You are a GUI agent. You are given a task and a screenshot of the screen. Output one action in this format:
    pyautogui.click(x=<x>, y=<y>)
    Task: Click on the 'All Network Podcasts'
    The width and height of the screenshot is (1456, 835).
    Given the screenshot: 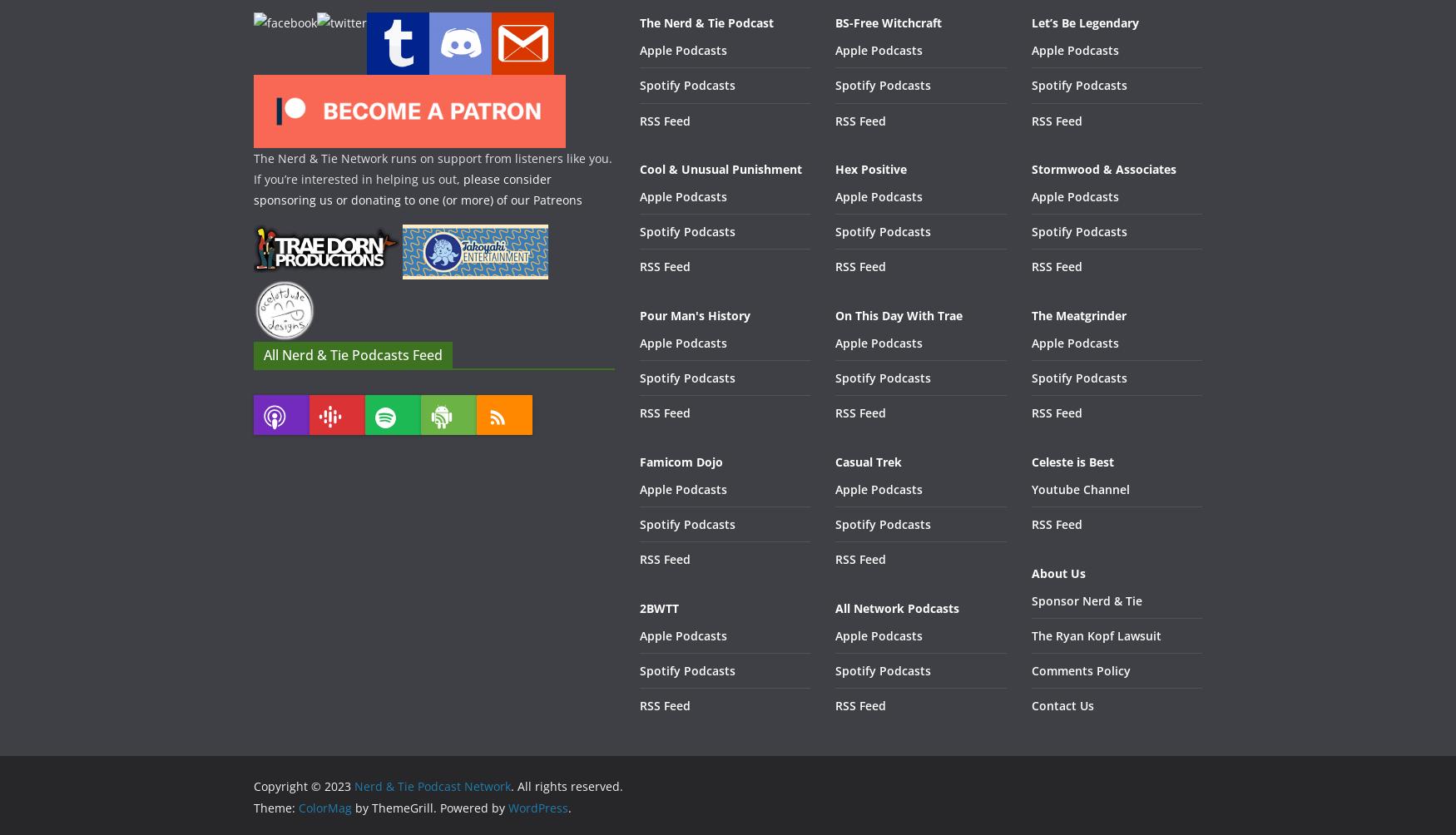 What is the action you would take?
    pyautogui.click(x=897, y=606)
    